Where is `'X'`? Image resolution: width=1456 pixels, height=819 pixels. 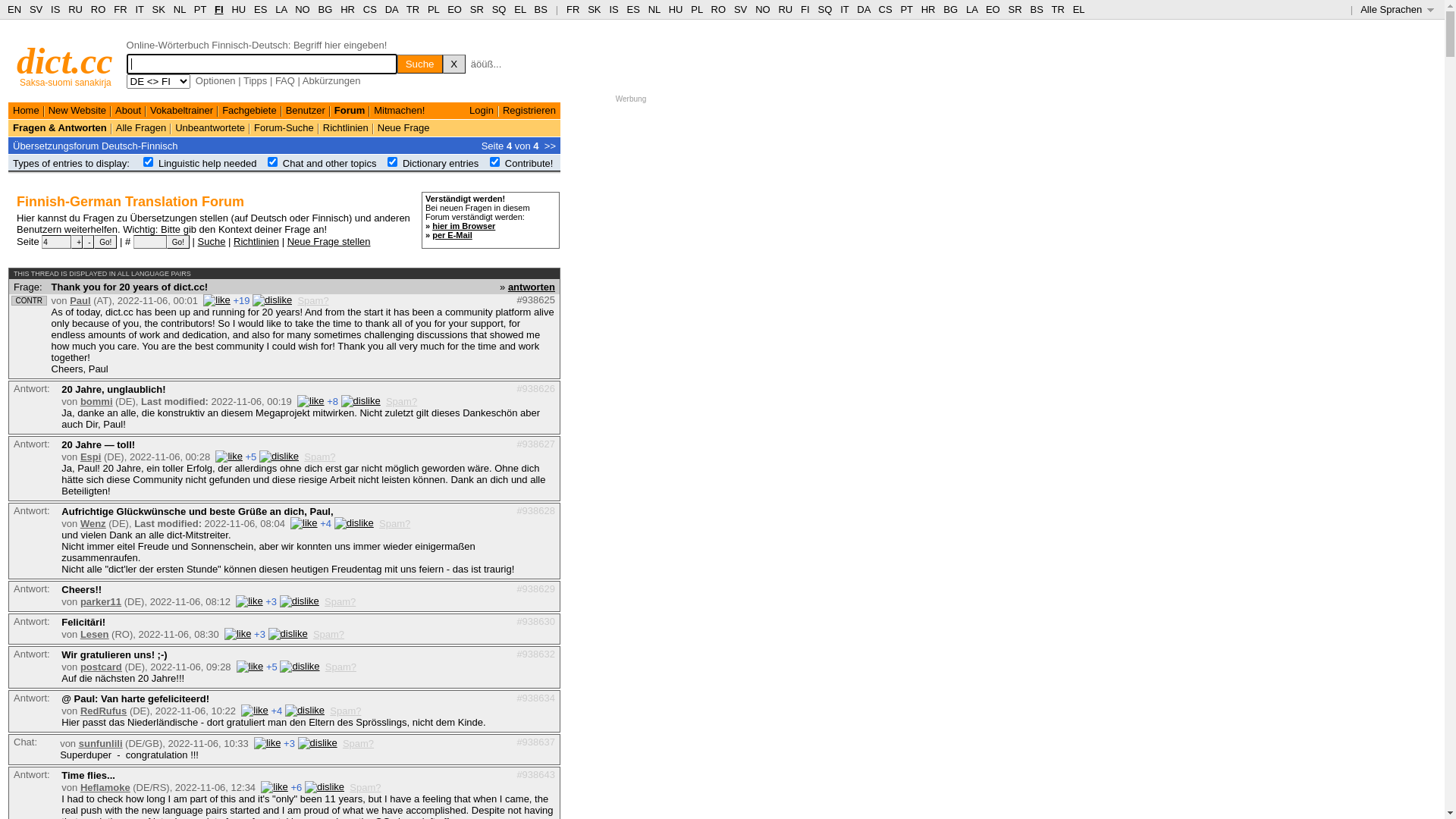
'X' is located at coordinates (442, 63).